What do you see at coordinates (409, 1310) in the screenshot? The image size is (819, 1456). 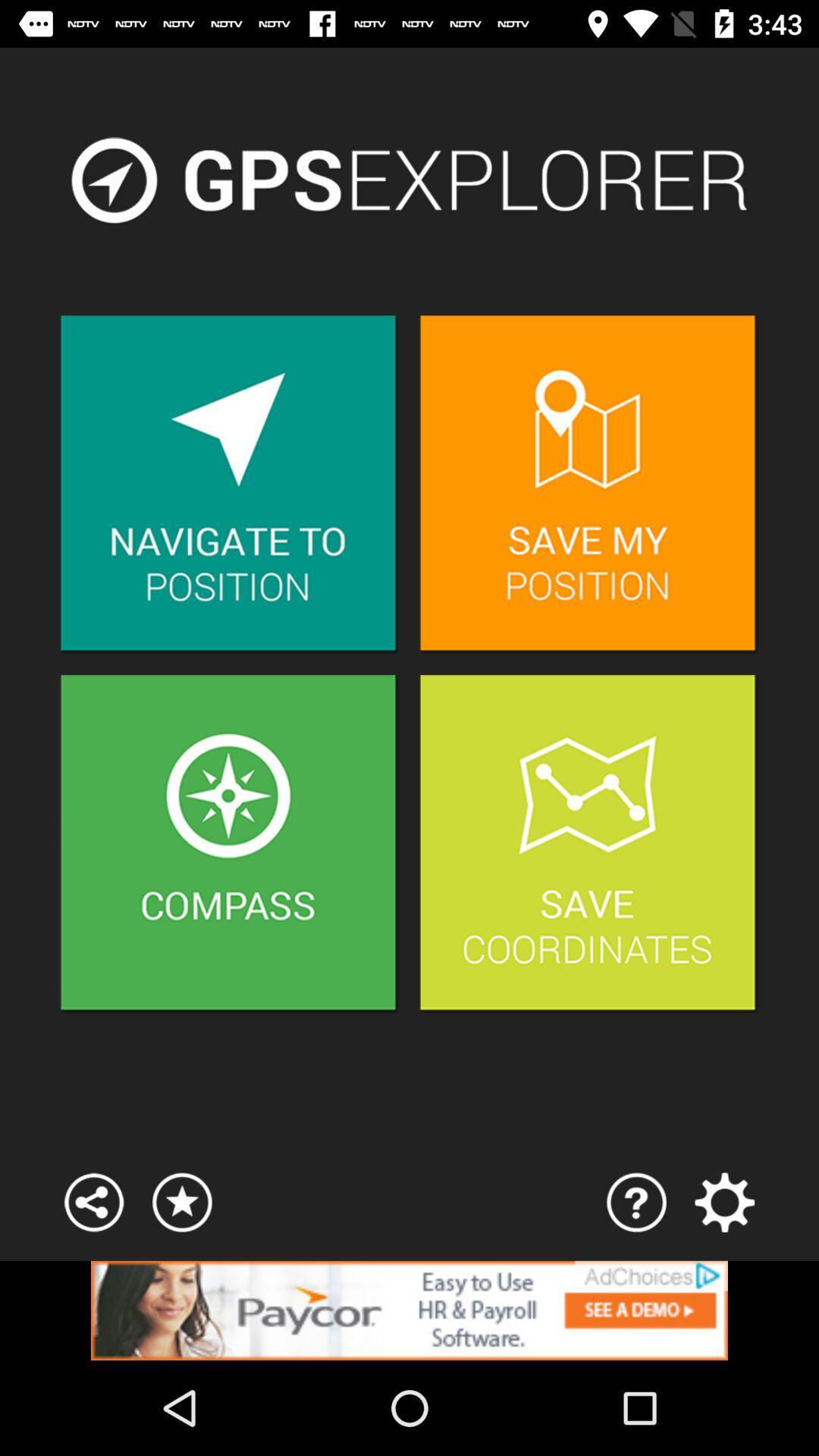 I see `click the advertisement` at bounding box center [409, 1310].